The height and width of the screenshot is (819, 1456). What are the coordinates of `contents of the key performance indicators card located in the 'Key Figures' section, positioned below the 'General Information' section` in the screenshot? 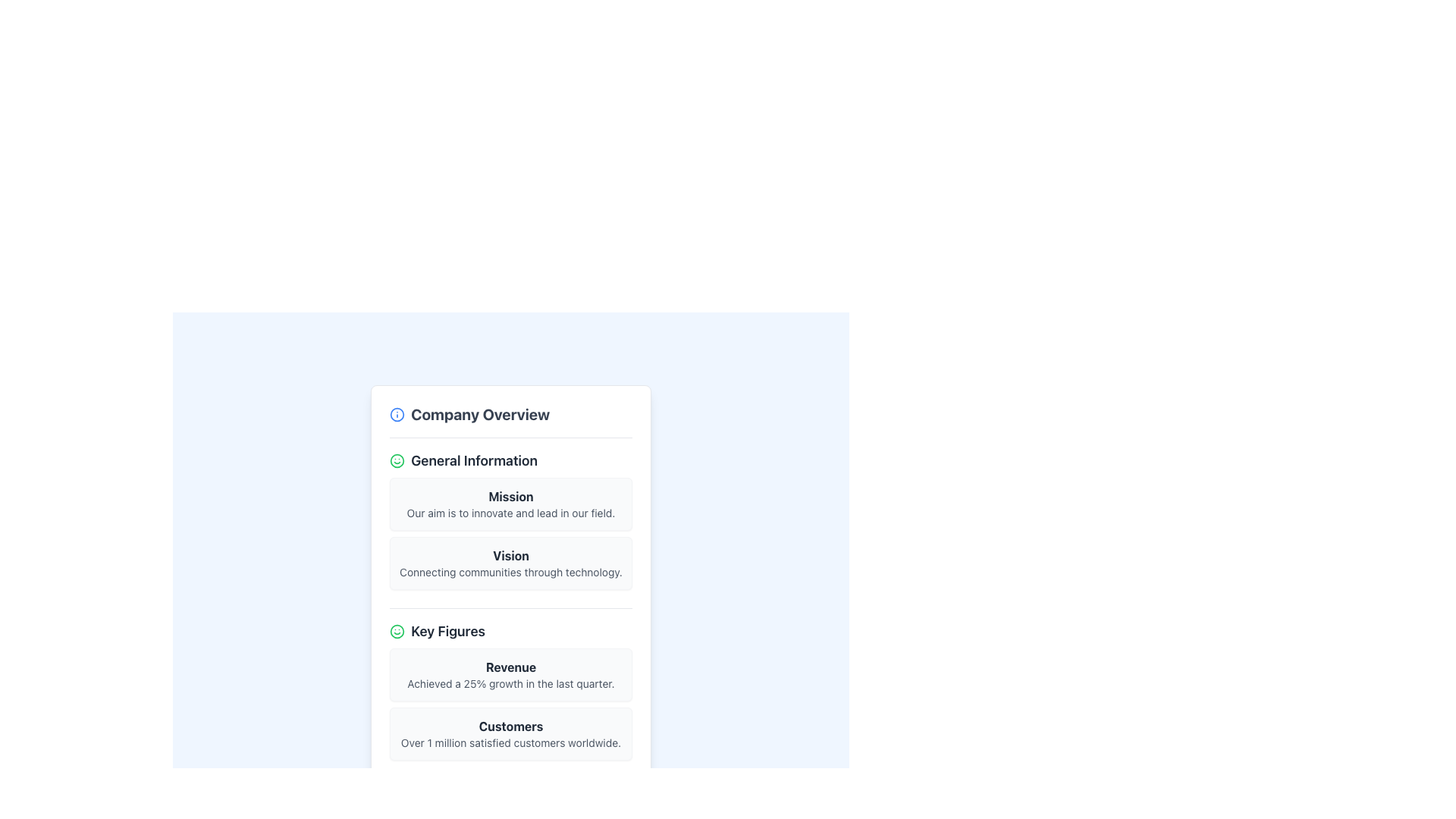 It's located at (510, 704).